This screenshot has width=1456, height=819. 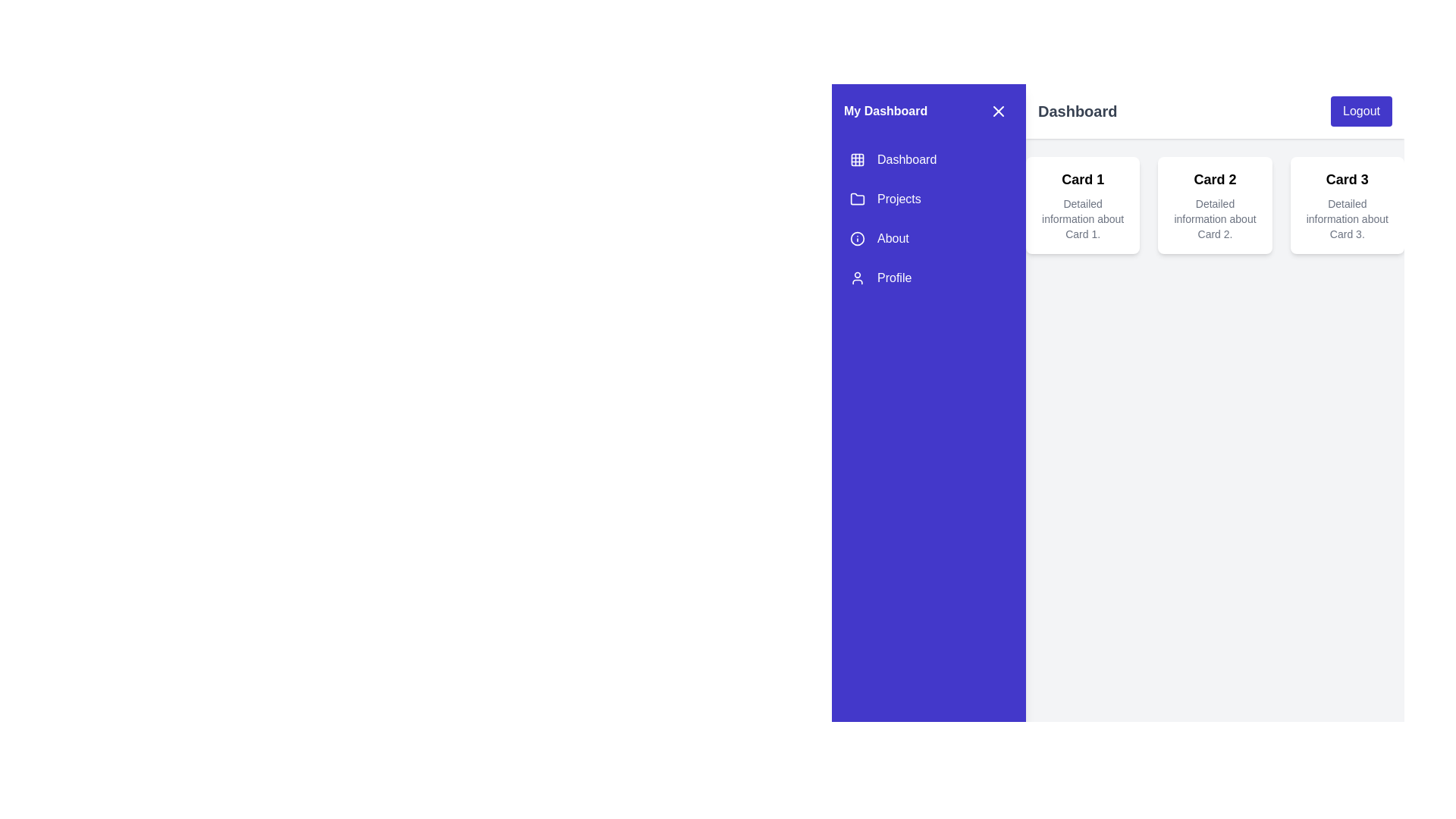 What do you see at coordinates (1077, 110) in the screenshot?
I see `the 'Dashboard' static text label, which is displayed in bold gray font within the white header bar at the top-right section of the interface` at bounding box center [1077, 110].